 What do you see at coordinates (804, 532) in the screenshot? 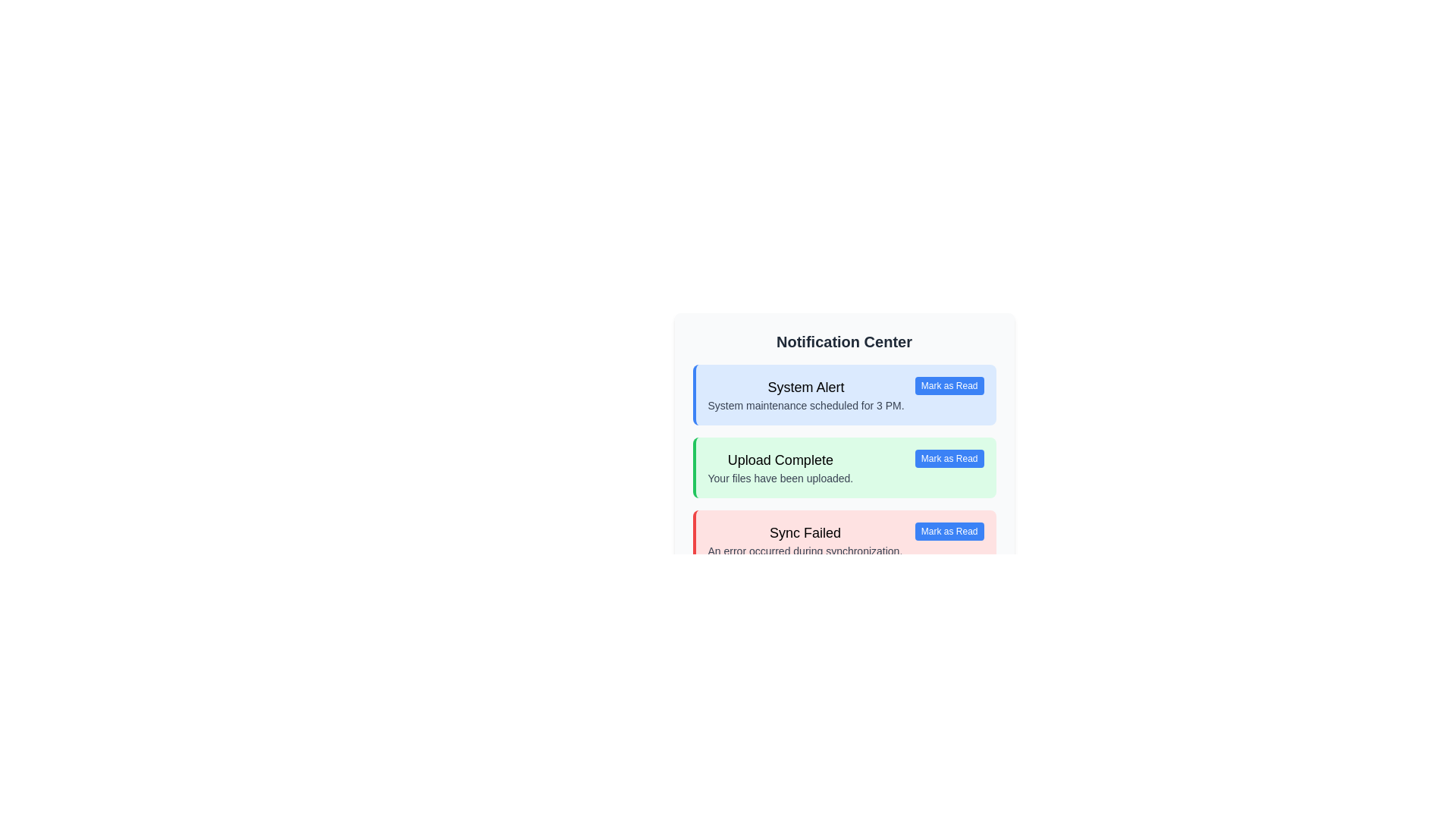
I see `the 'Sync Failed' text label in the third notification card in the Notification Center, which serves as a title for the section` at bounding box center [804, 532].